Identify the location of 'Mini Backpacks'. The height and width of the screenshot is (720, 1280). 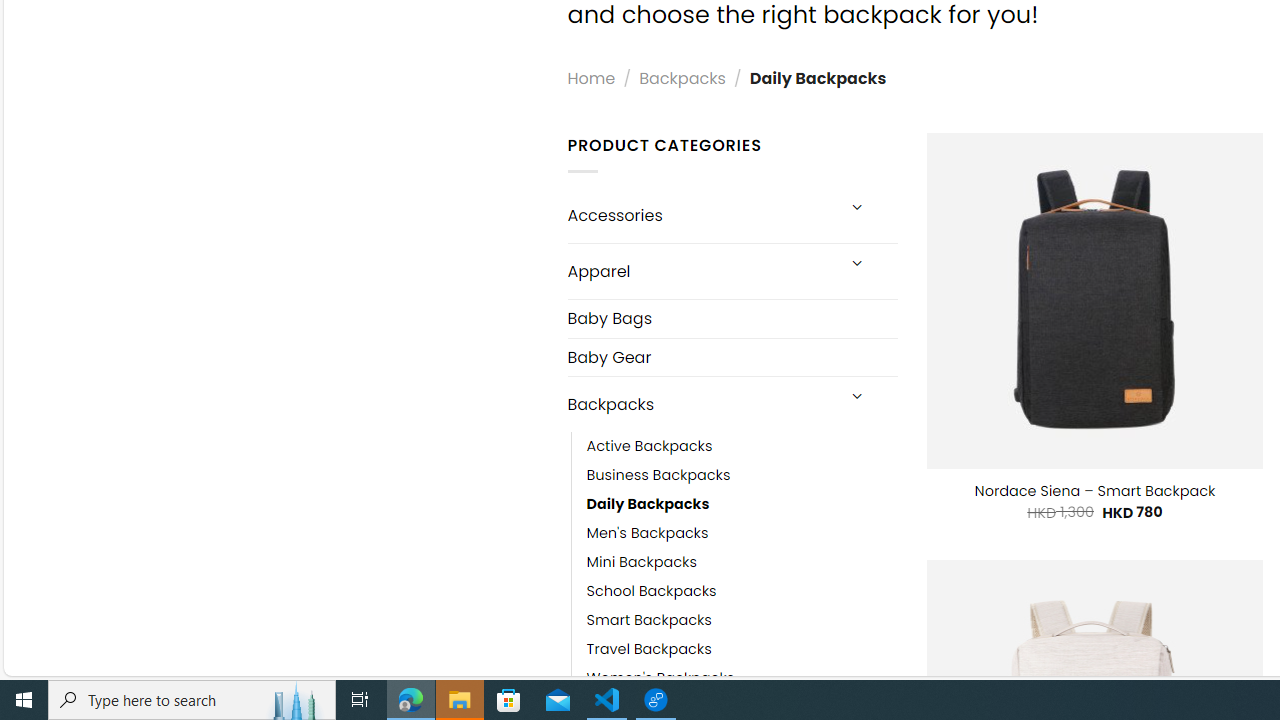
(641, 563).